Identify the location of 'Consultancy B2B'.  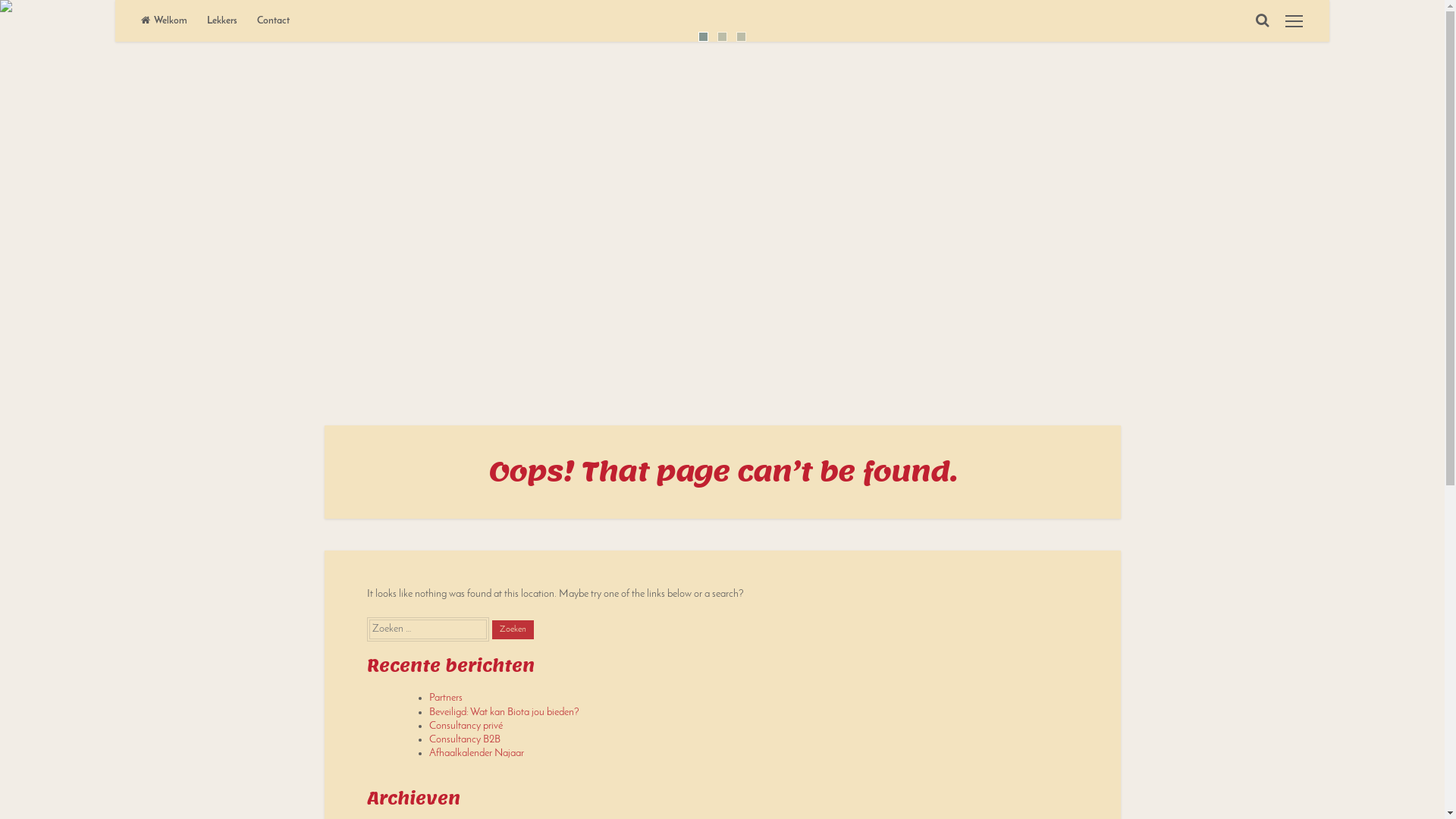
(464, 739).